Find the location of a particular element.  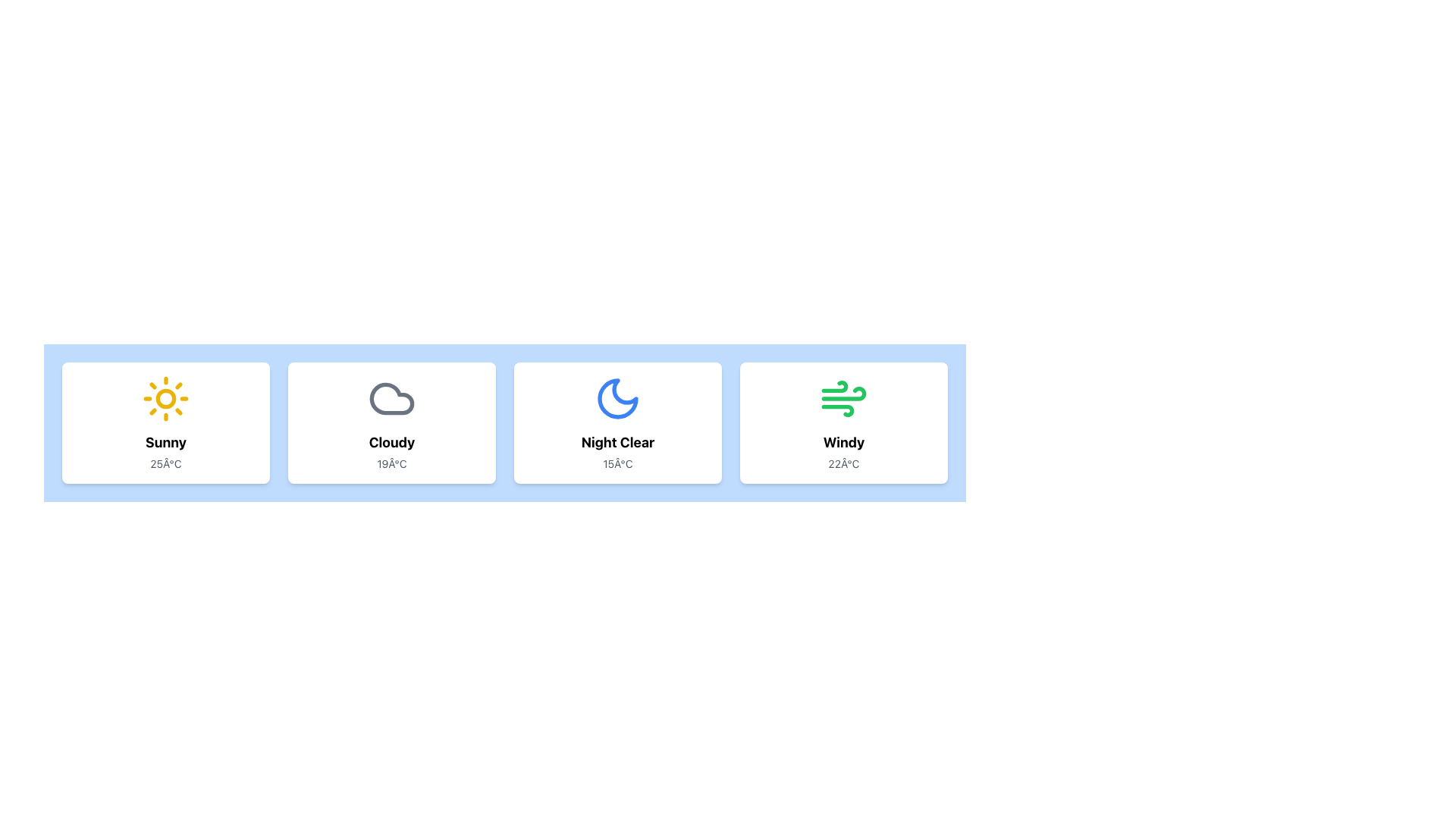

the Text Label displaying the current weather condition 'Cloudy', which is the third element in the weather forecast card, positioned below the cloud icon and above the temperature text '19°C' is located at coordinates (392, 442).